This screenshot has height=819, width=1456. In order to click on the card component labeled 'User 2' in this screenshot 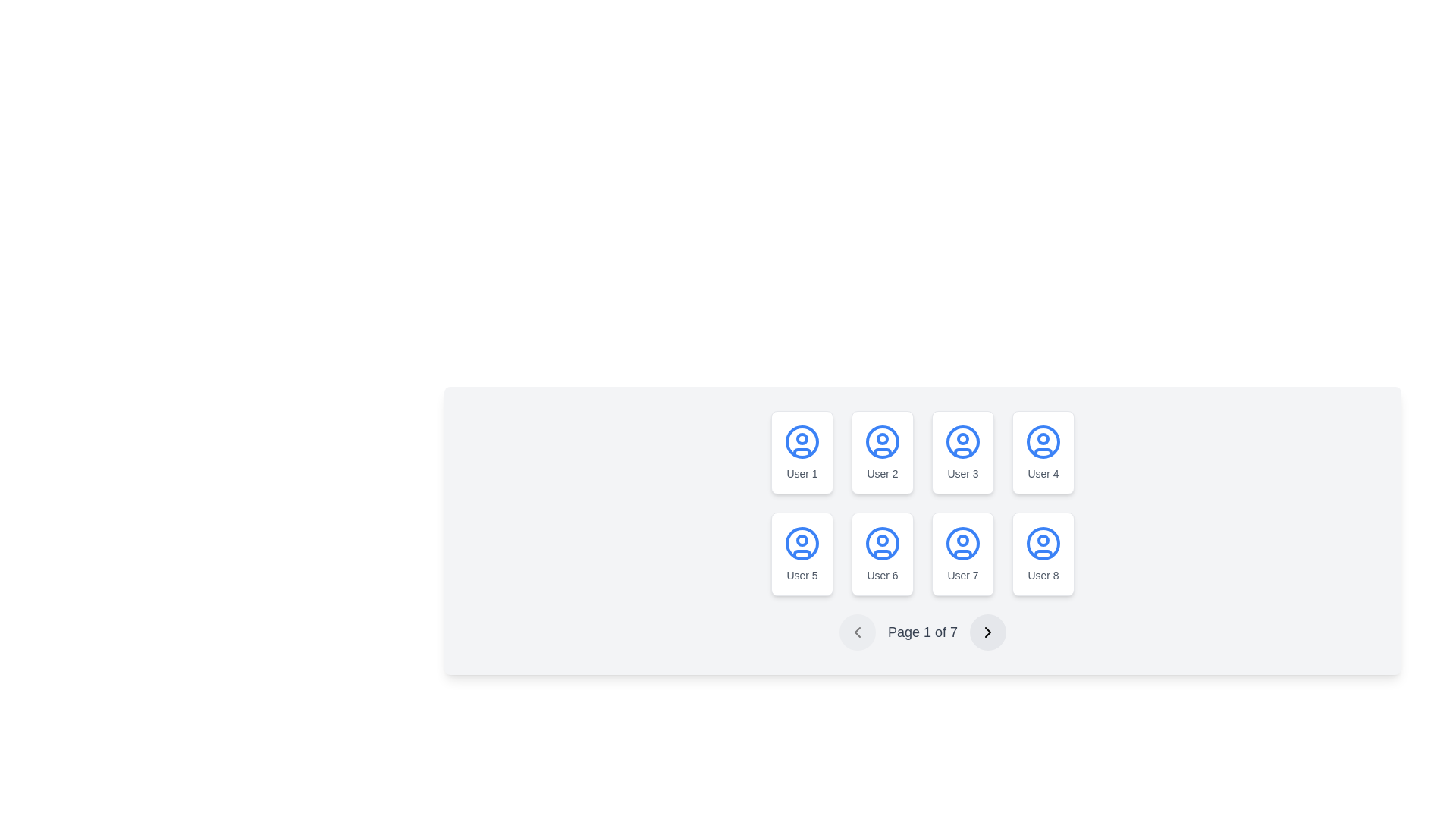, I will do `click(882, 452)`.